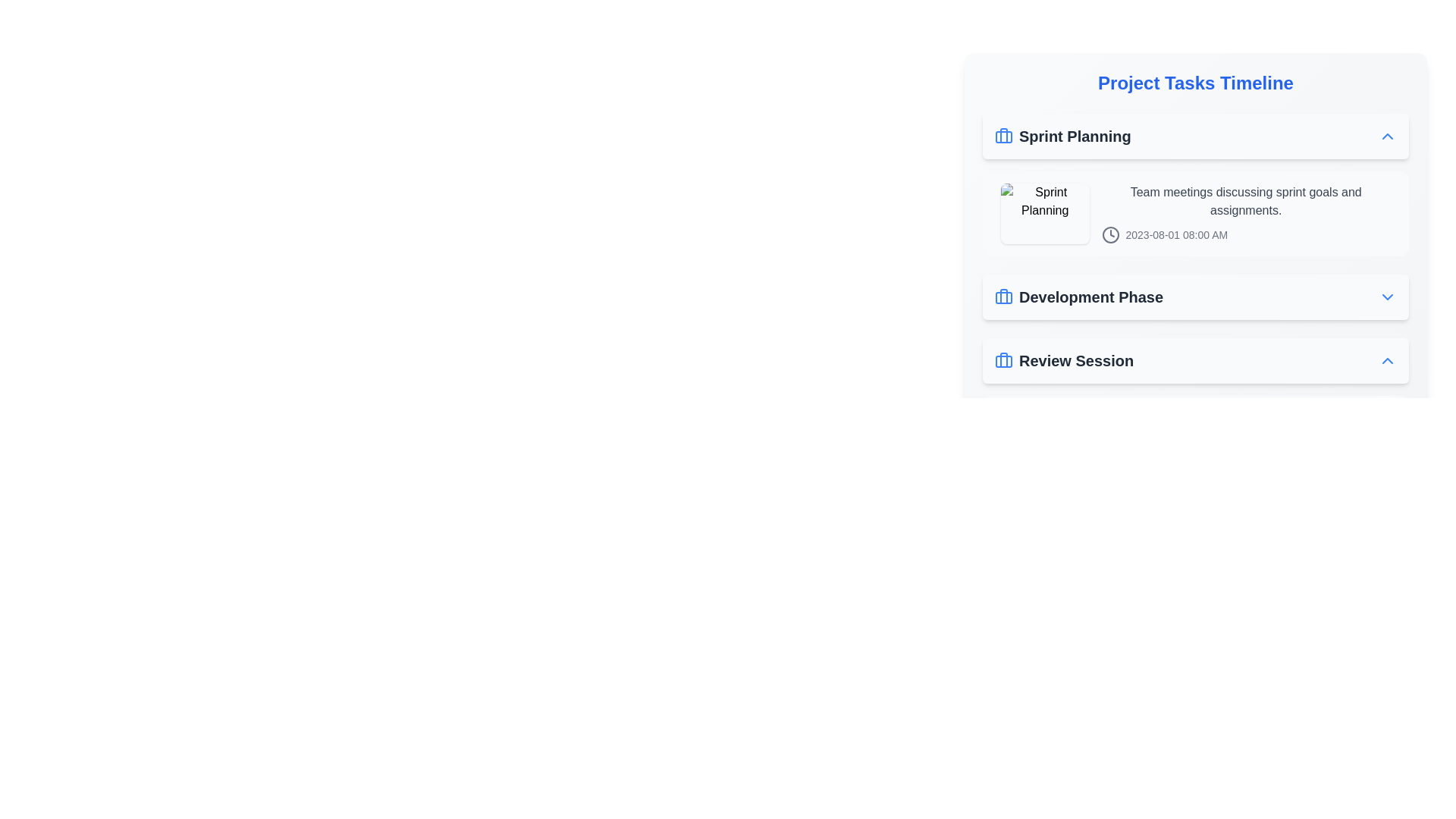 The height and width of the screenshot is (819, 1456). What do you see at coordinates (1004, 297) in the screenshot?
I see `the blue briefcase icon located to the left of the 'Development Phase' label in the 'Project Tasks Timeline' section` at bounding box center [1004, 297].